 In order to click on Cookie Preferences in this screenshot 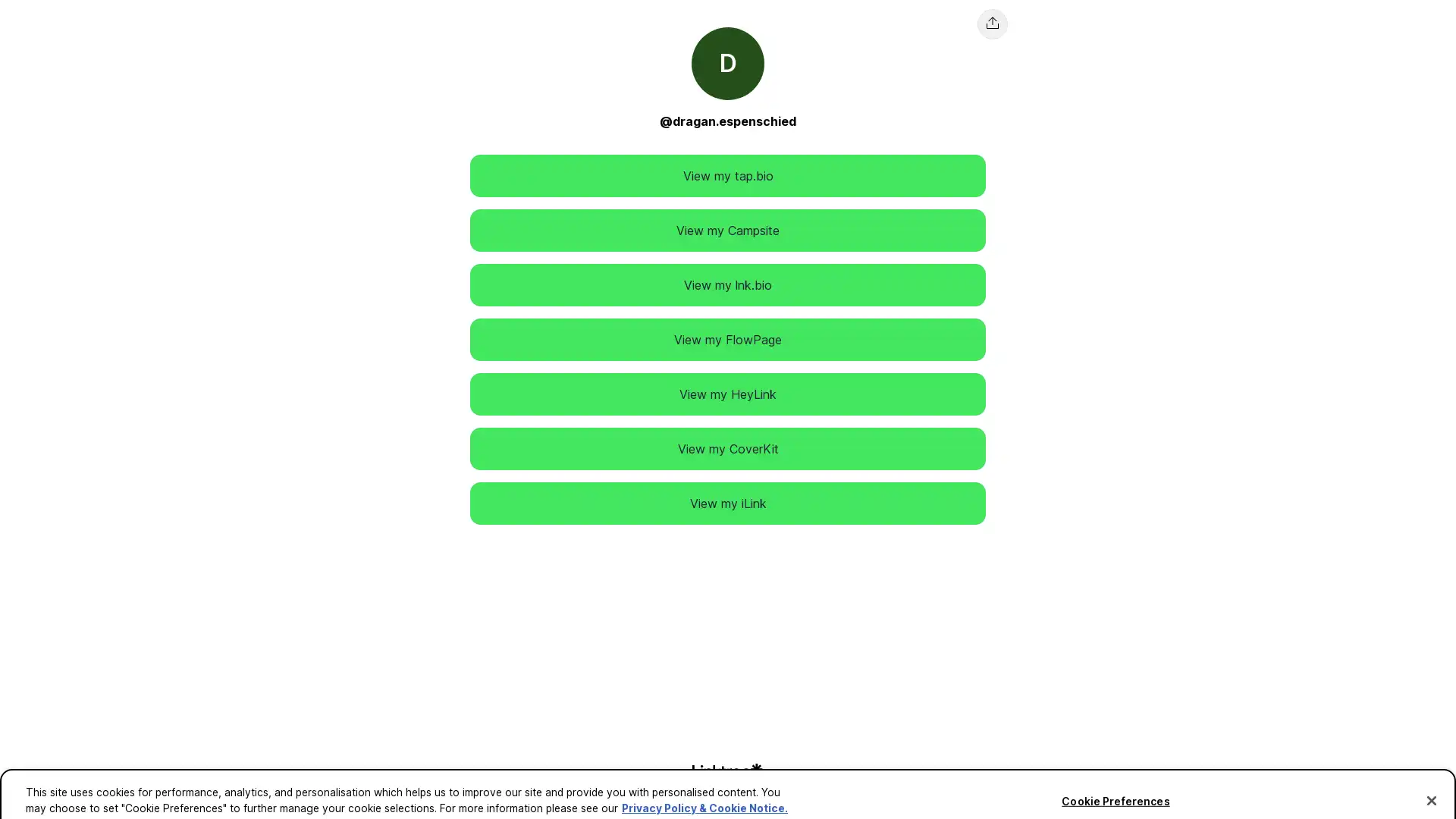, I will do `click(40, 796)`.